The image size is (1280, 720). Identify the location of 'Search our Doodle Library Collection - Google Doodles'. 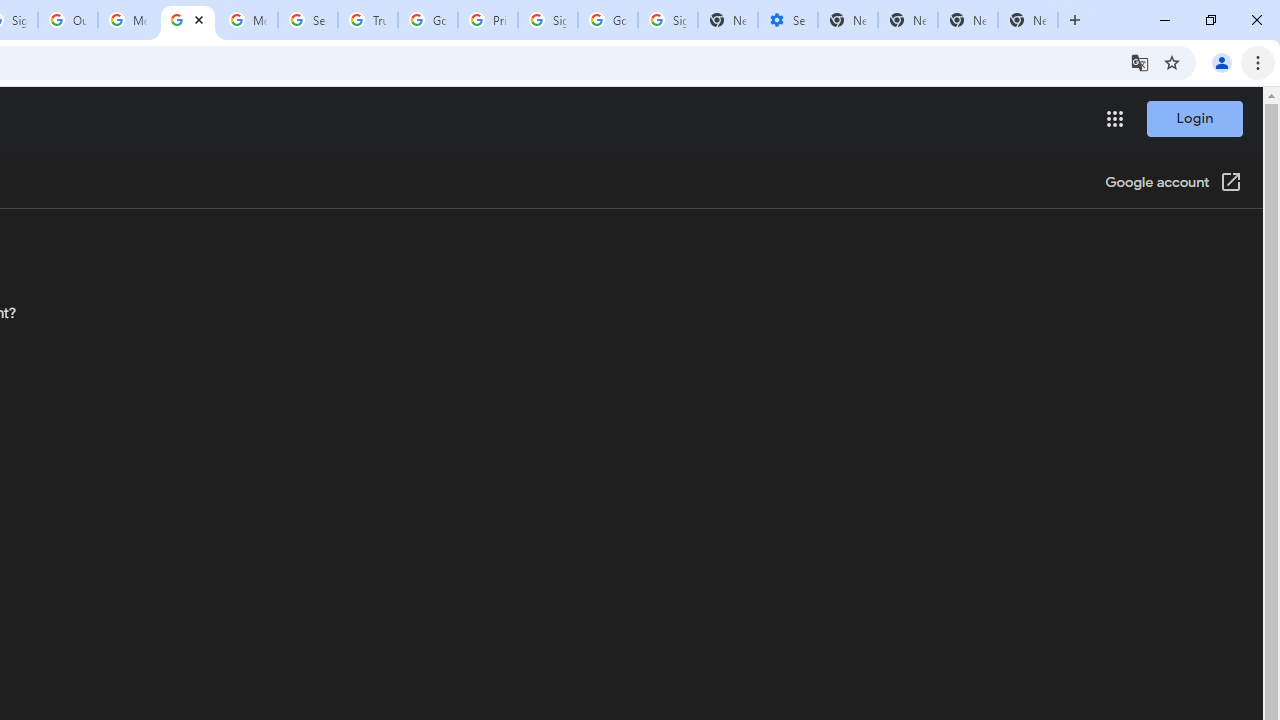
(306, 20).